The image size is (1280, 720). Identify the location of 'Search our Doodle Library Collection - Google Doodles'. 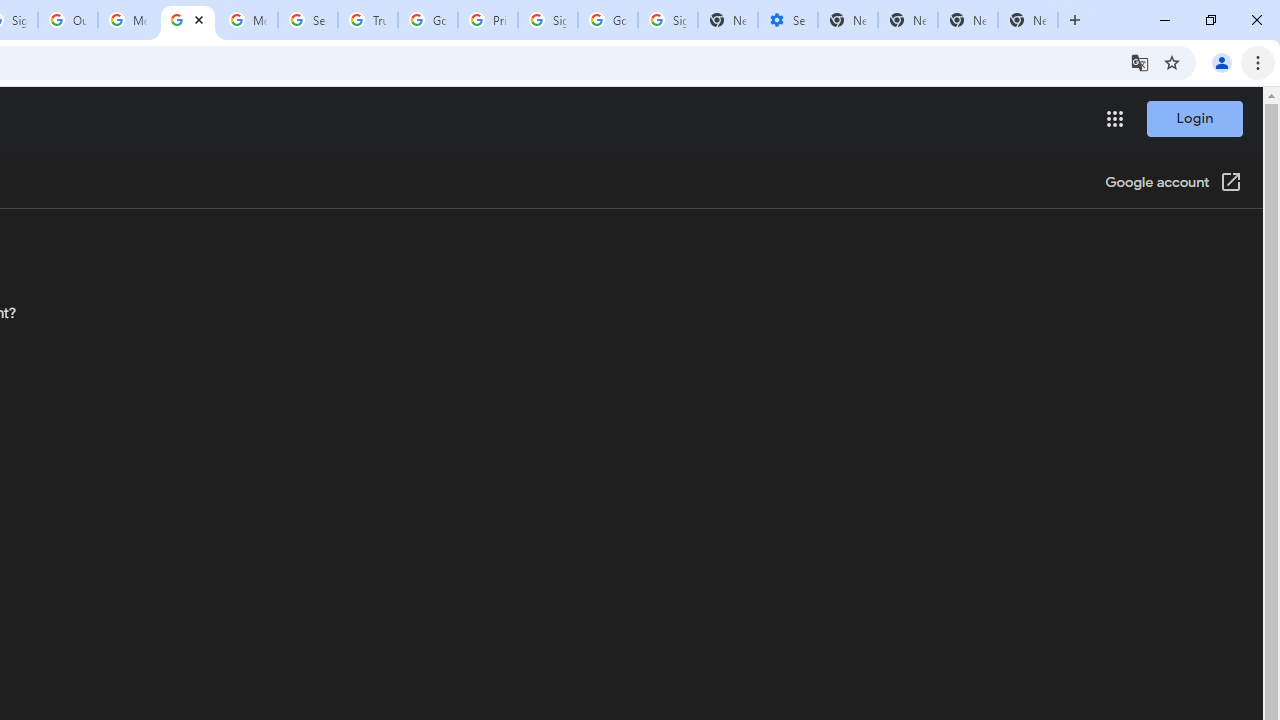
(306, 20).